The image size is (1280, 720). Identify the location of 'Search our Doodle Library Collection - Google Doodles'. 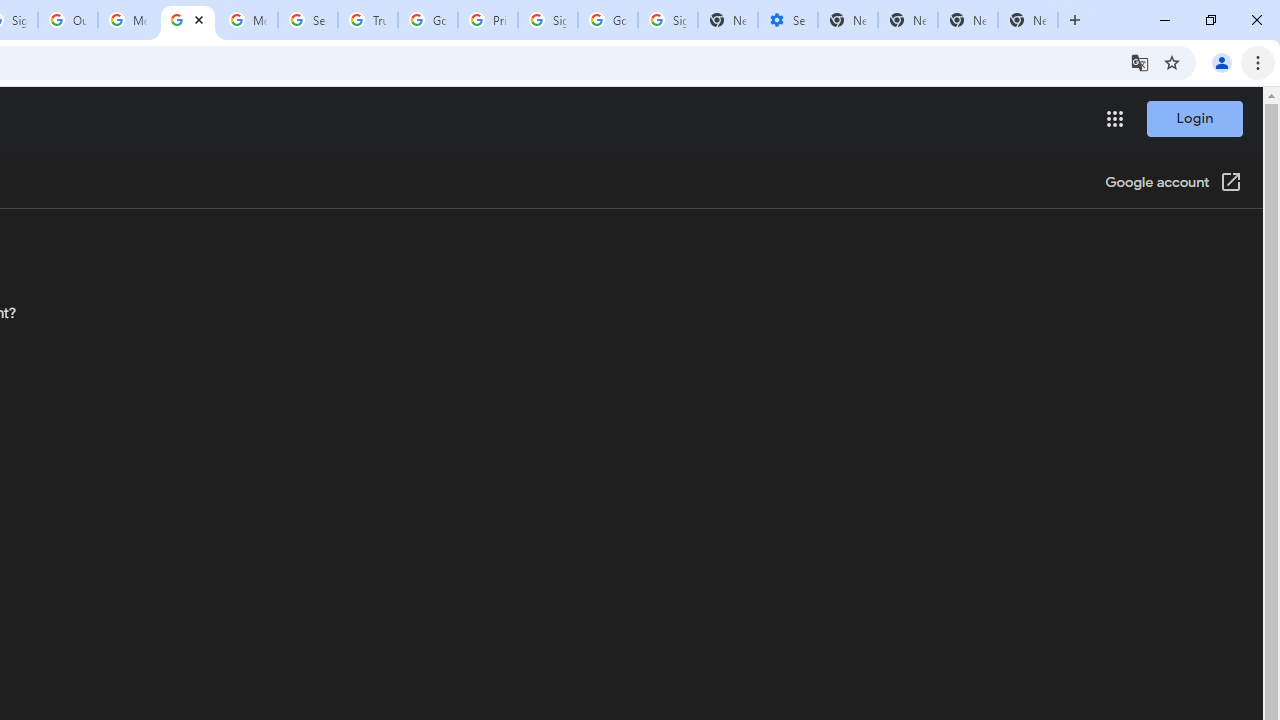
(306, 20).